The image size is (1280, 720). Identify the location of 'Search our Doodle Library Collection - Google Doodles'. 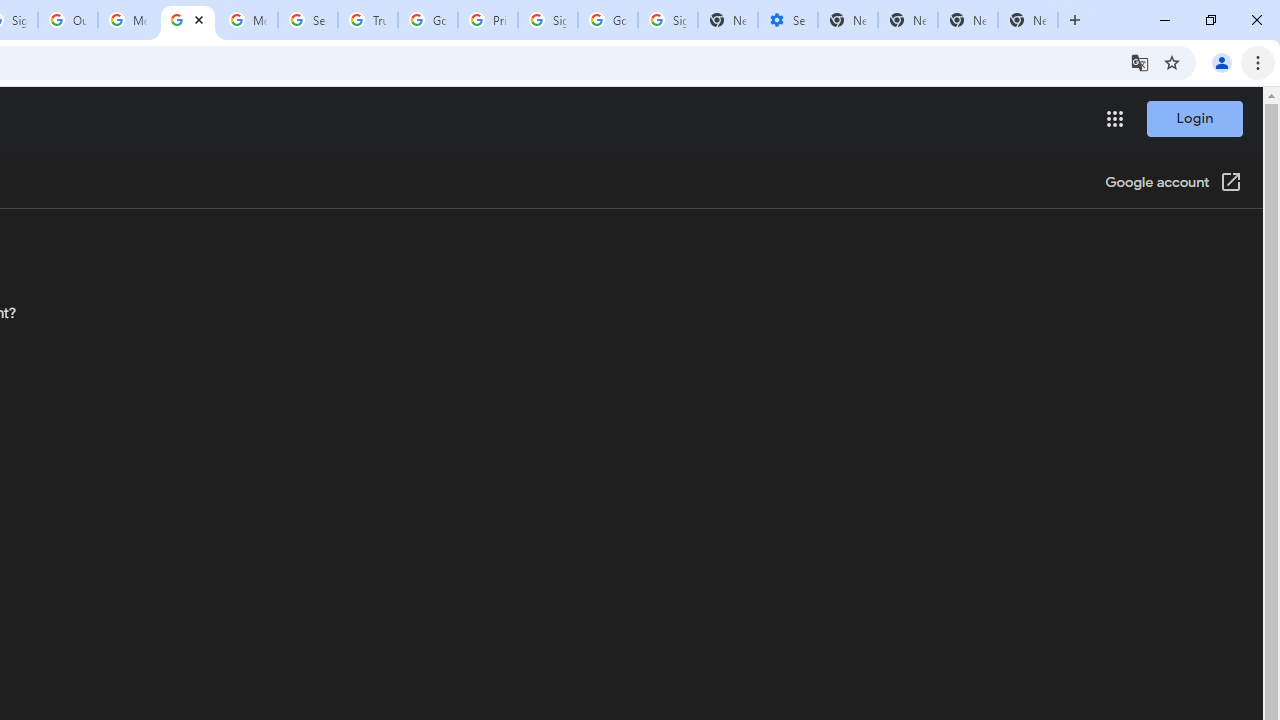
(306, 20).